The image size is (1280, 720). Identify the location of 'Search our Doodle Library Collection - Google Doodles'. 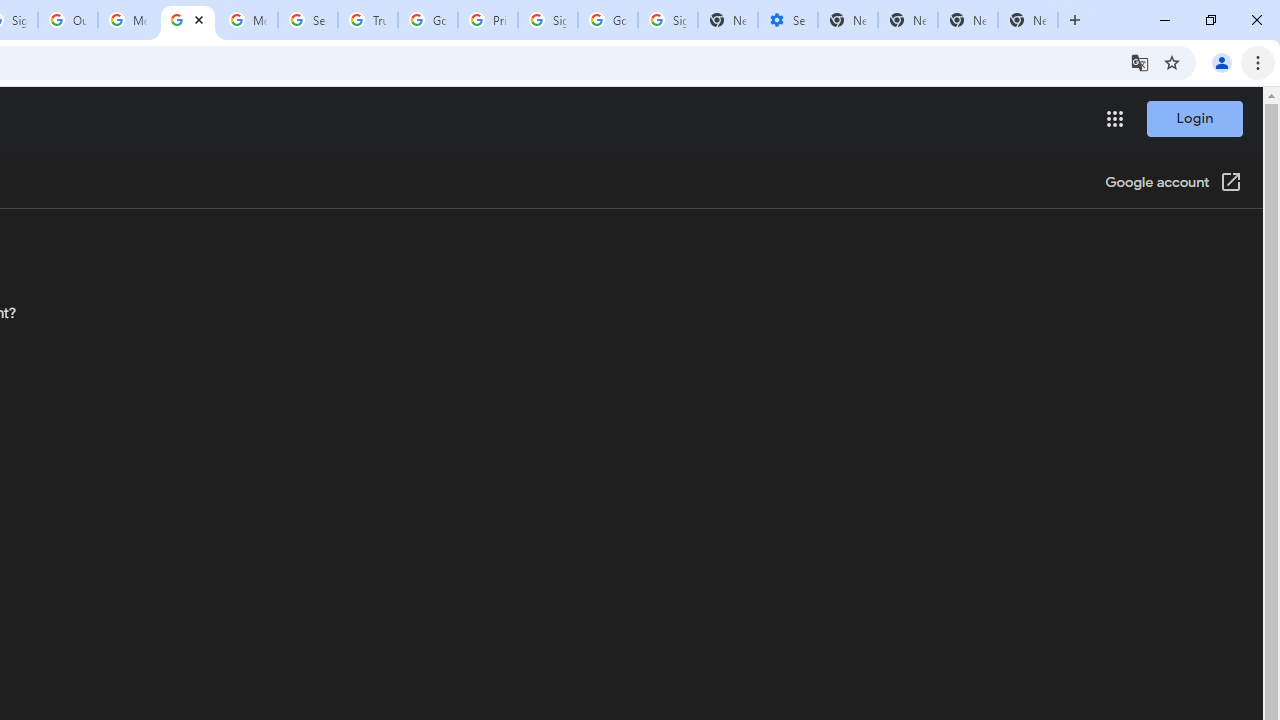
(306, 20).